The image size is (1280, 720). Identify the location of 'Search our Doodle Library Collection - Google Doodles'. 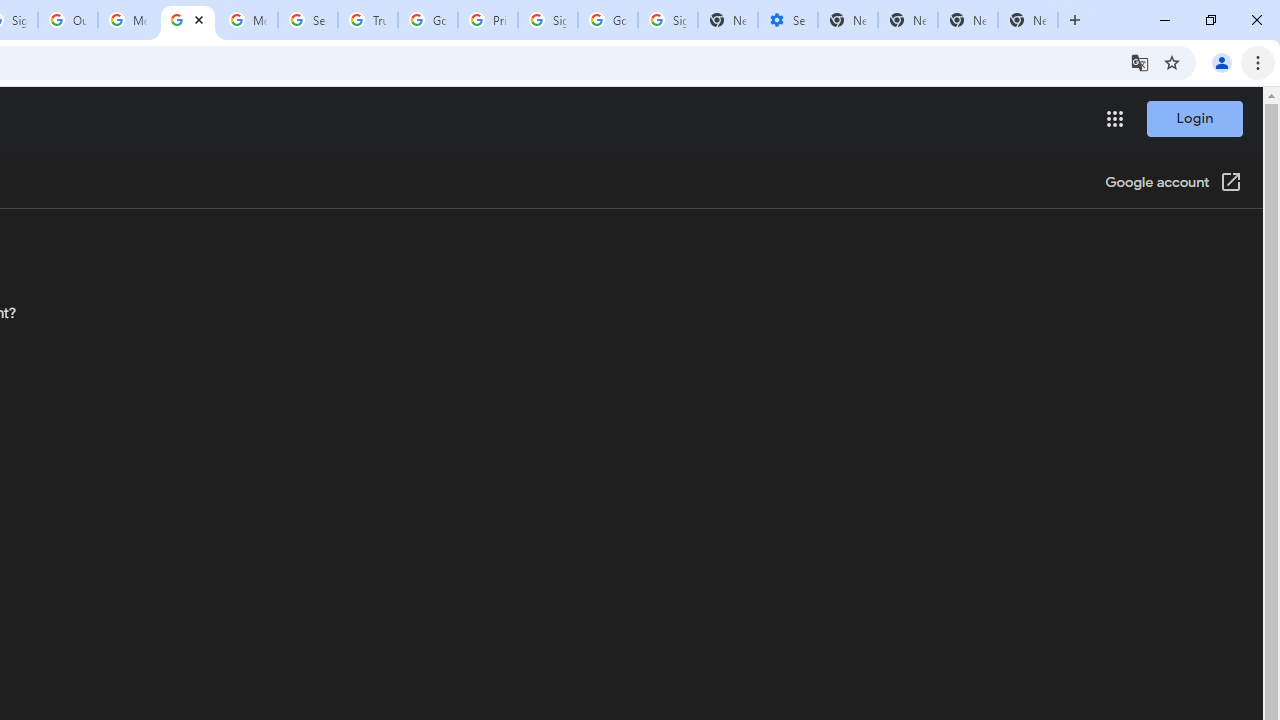
(306, 20).